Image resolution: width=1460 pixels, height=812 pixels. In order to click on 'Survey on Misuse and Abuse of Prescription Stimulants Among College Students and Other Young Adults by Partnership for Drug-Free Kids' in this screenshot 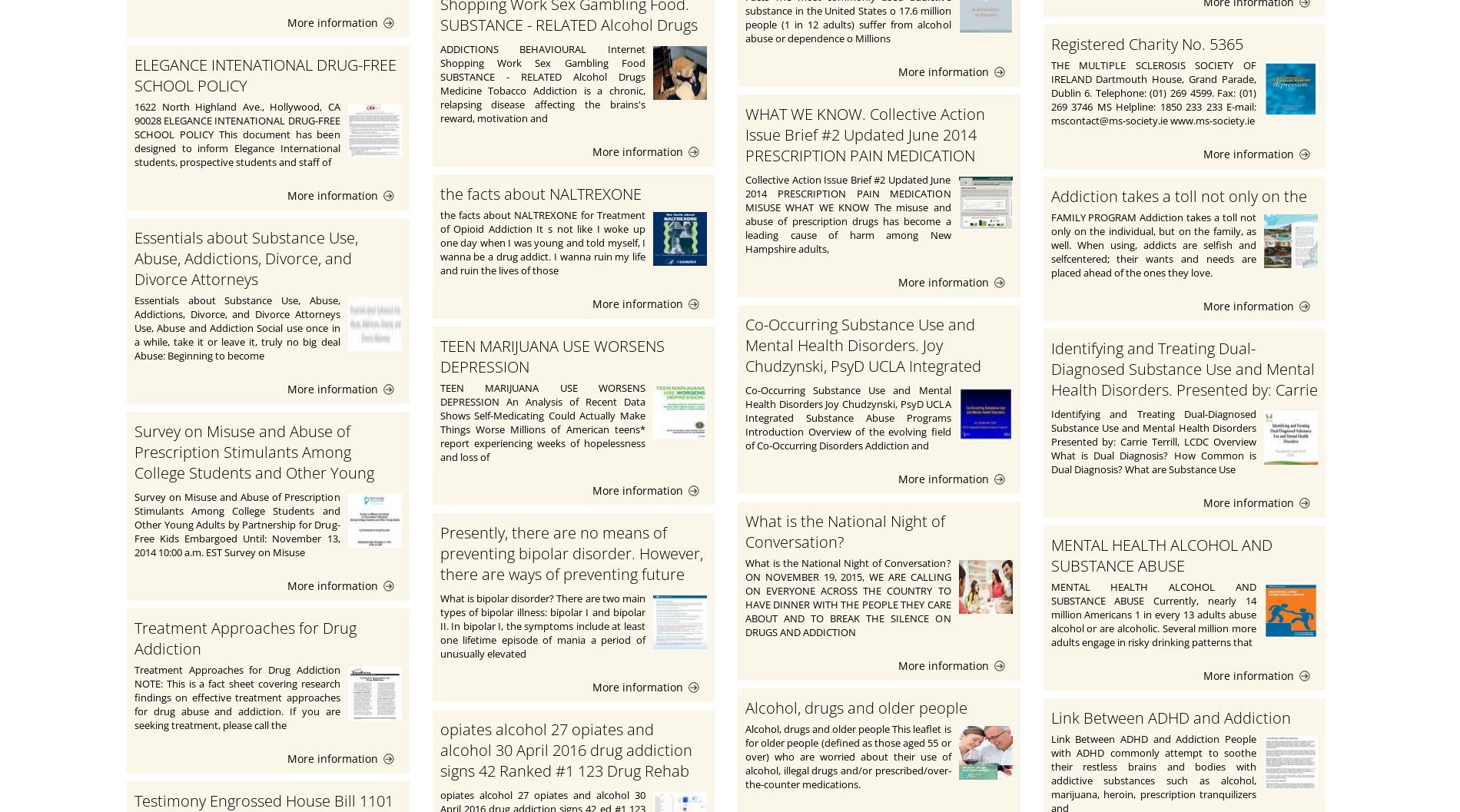, I will do `click(257, 472)`.